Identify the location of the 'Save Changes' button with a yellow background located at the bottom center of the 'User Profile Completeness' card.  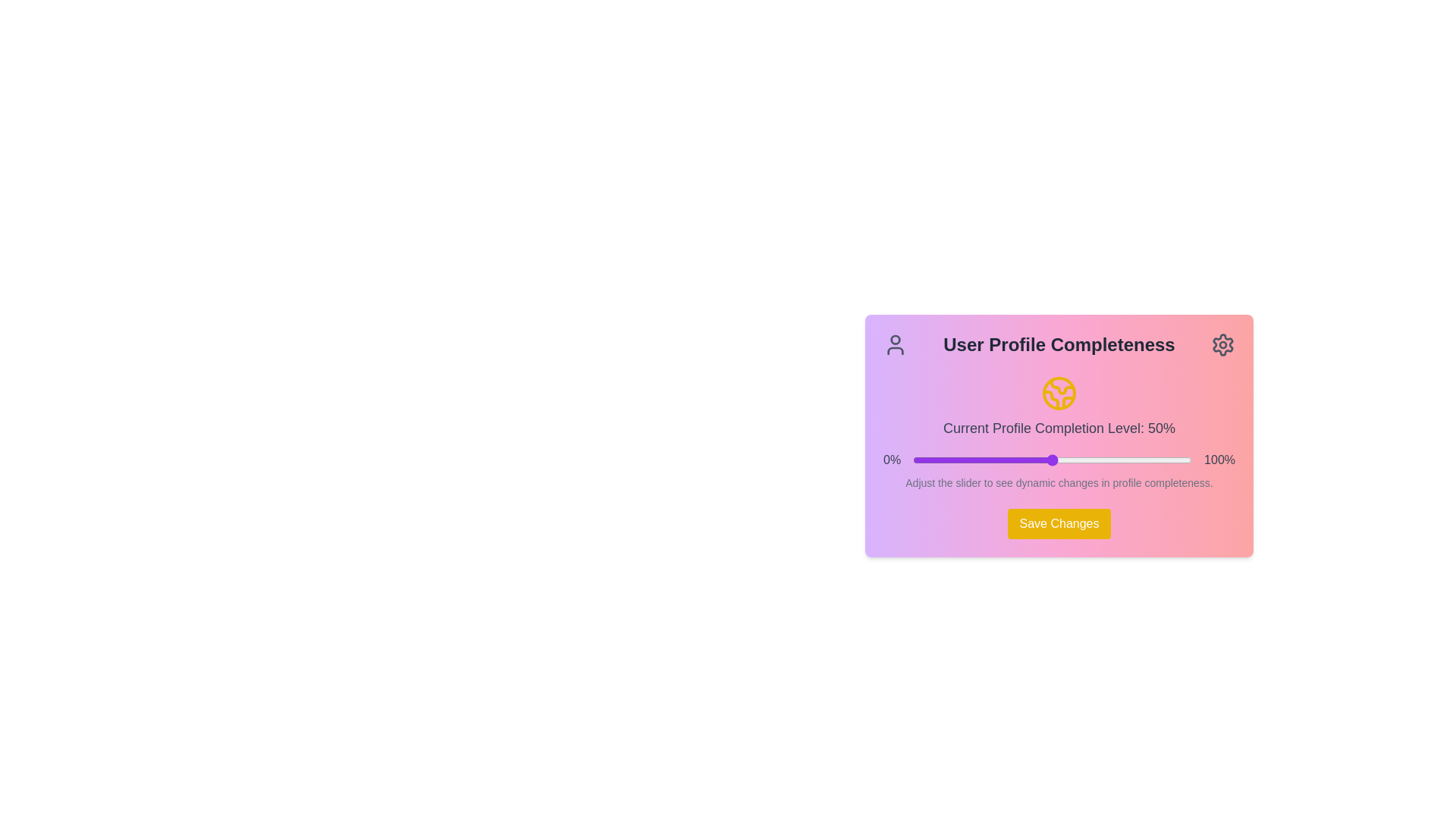
(1058, 522).